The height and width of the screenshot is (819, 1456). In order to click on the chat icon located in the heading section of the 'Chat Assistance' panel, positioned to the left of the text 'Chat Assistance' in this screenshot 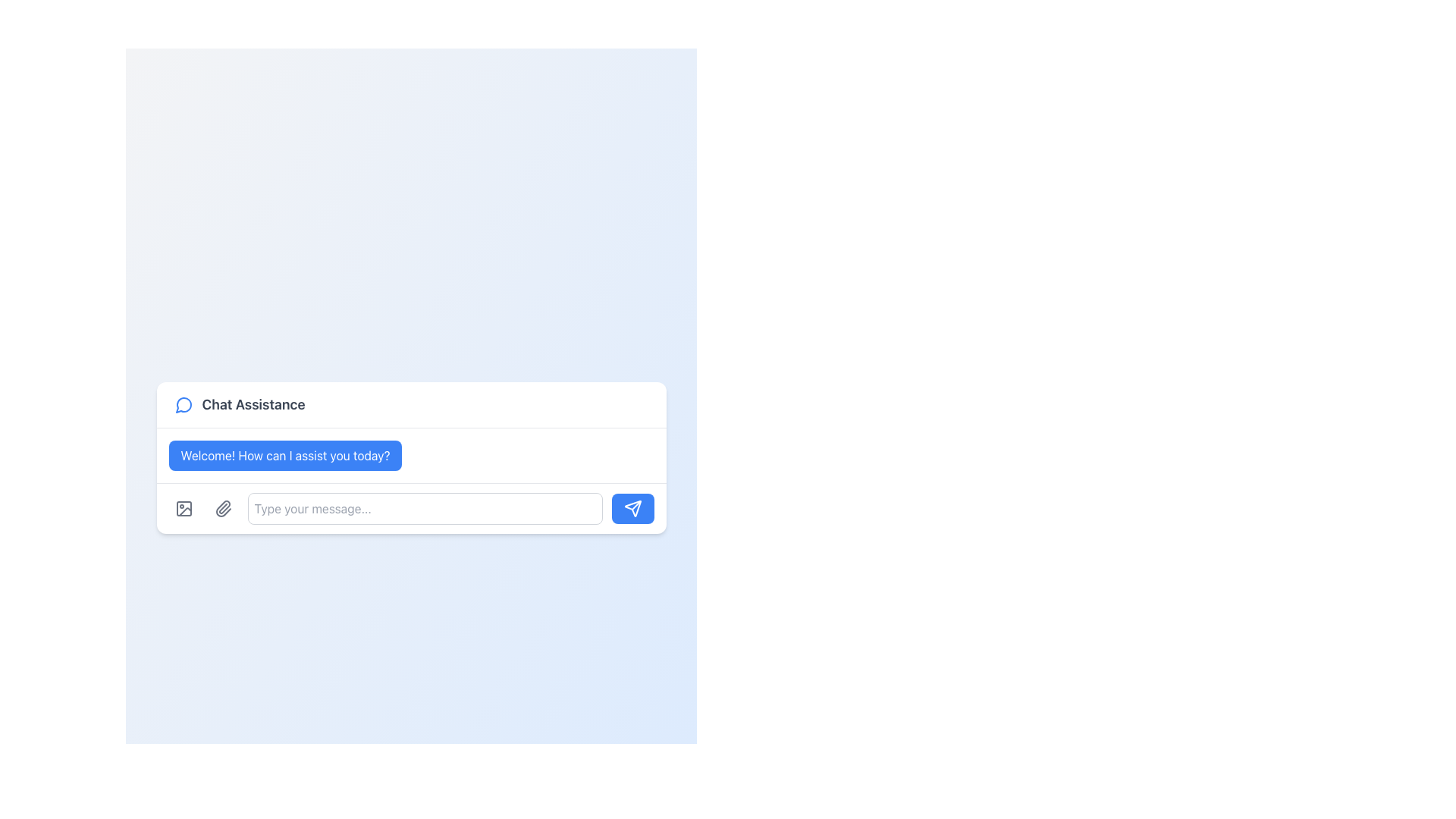, I will do `click(183, 403)`.